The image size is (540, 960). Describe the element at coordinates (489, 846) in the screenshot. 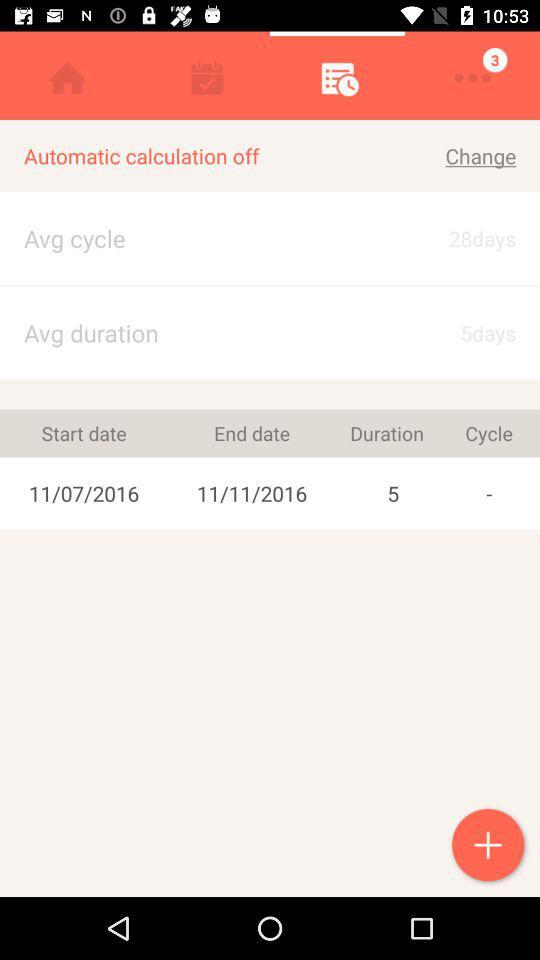

I see `new calculation box` at that location.